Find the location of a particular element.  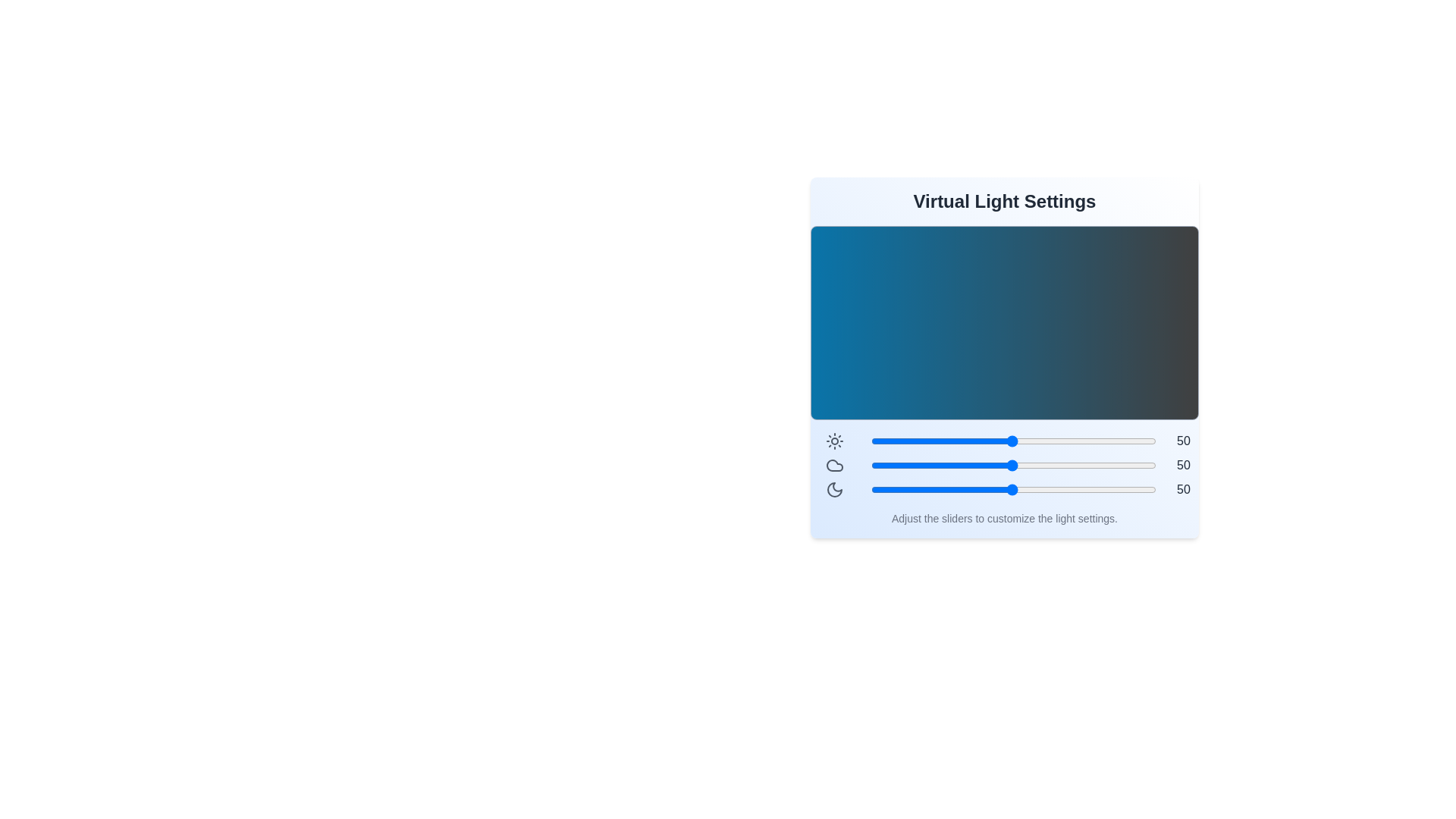

the contrast slider to 57% is located at coordinates (1031, 441).